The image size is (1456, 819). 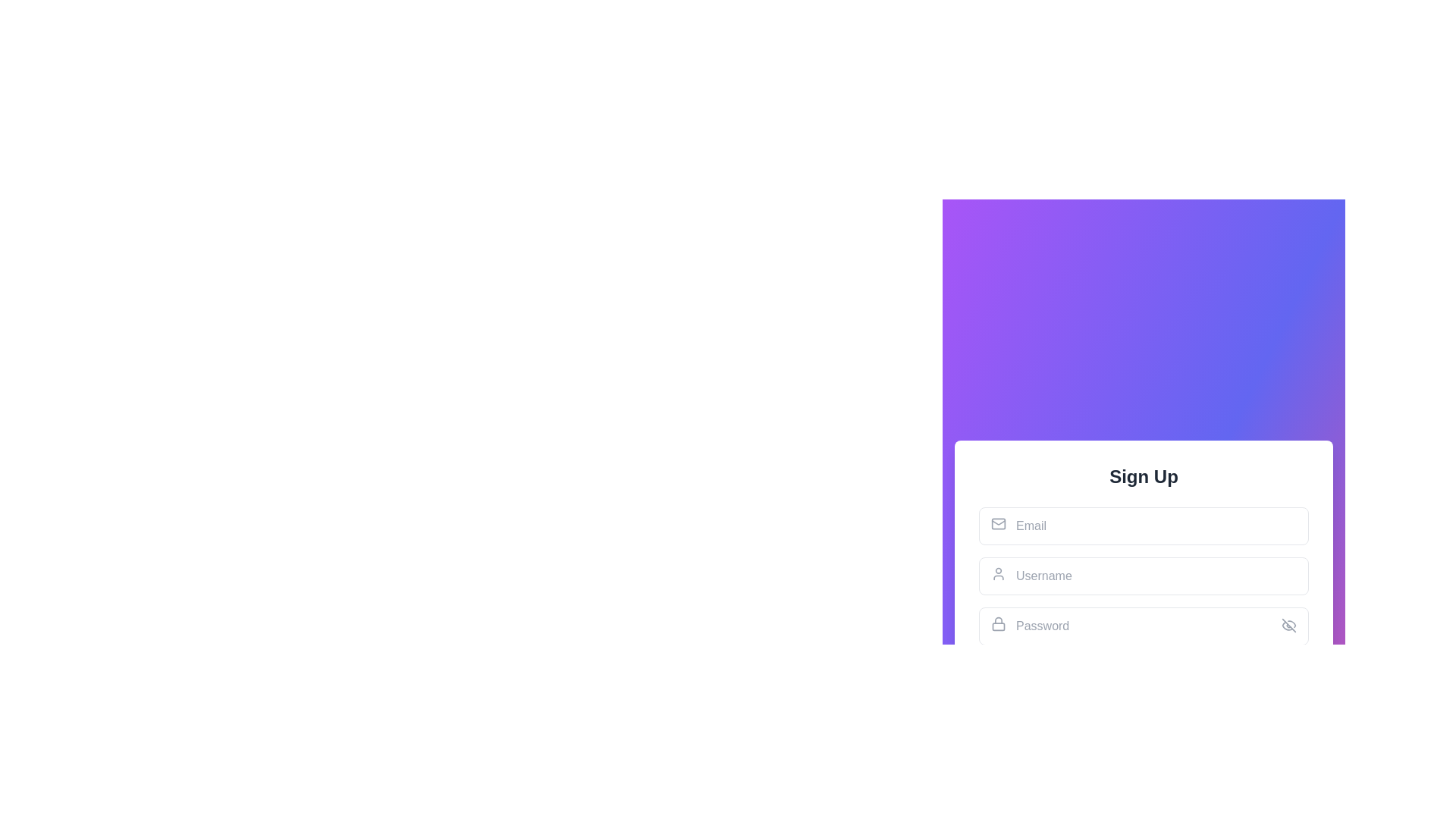 I want to click on the envelope icon, which is a clean line-art gray icon situated to the left of the email input field in the 'Sign Up' form area, so click(x=998, y=522).